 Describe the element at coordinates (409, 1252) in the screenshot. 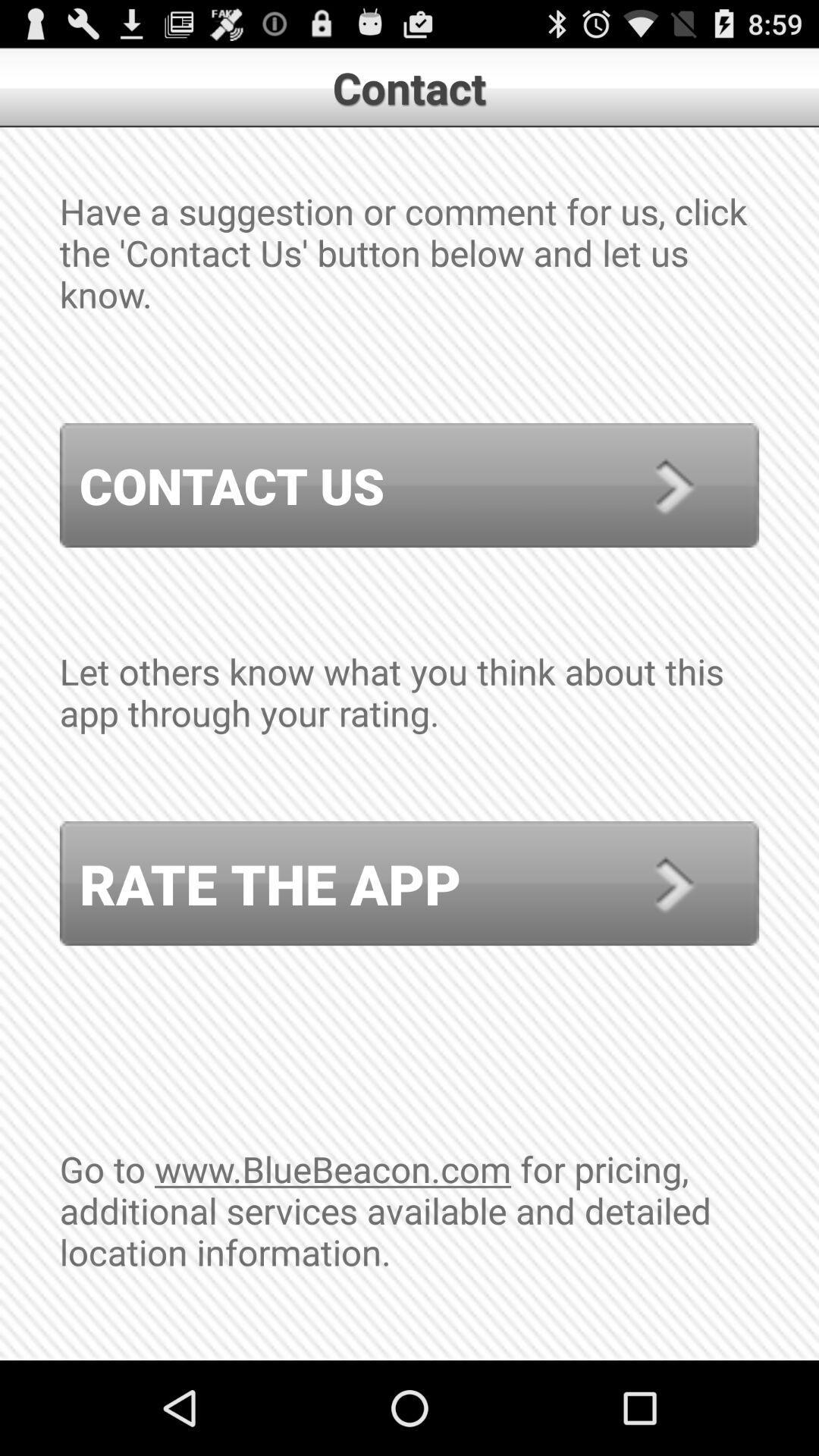

I see `go to www icon` at that location.